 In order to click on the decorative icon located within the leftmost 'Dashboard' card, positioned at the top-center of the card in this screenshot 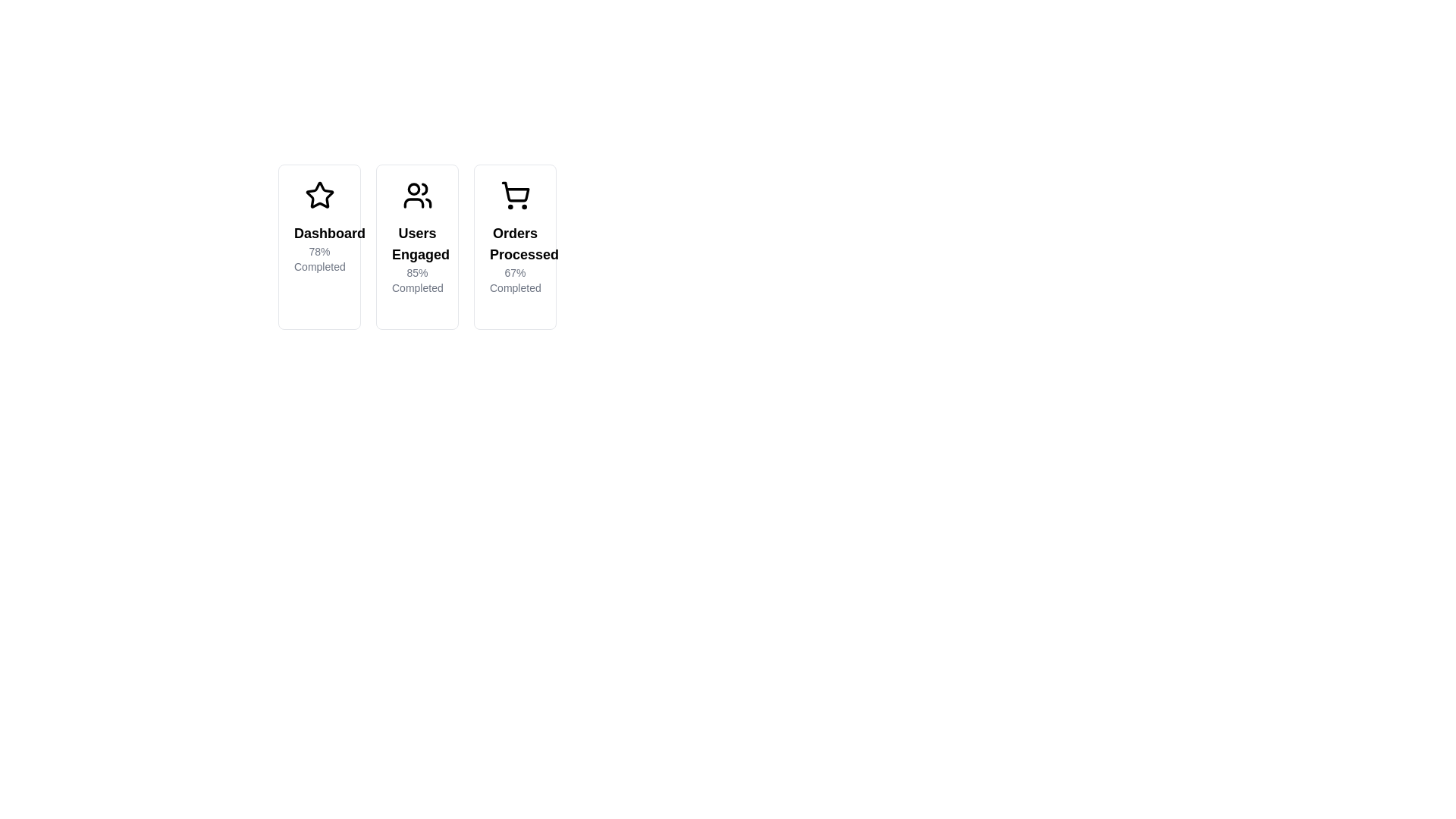, I will do `click(318, 194)`.